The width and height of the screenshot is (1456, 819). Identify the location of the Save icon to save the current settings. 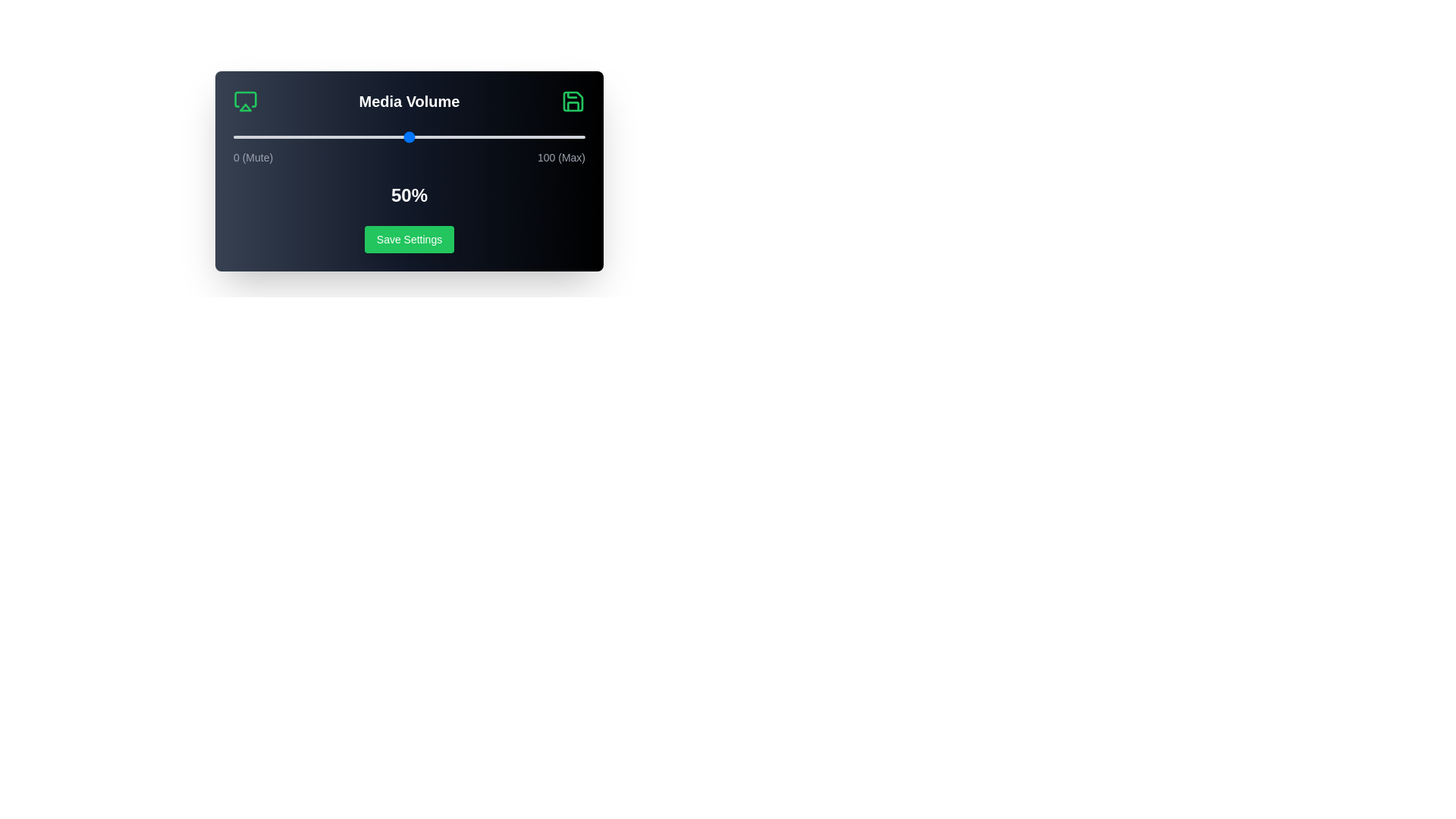
(572, 102).